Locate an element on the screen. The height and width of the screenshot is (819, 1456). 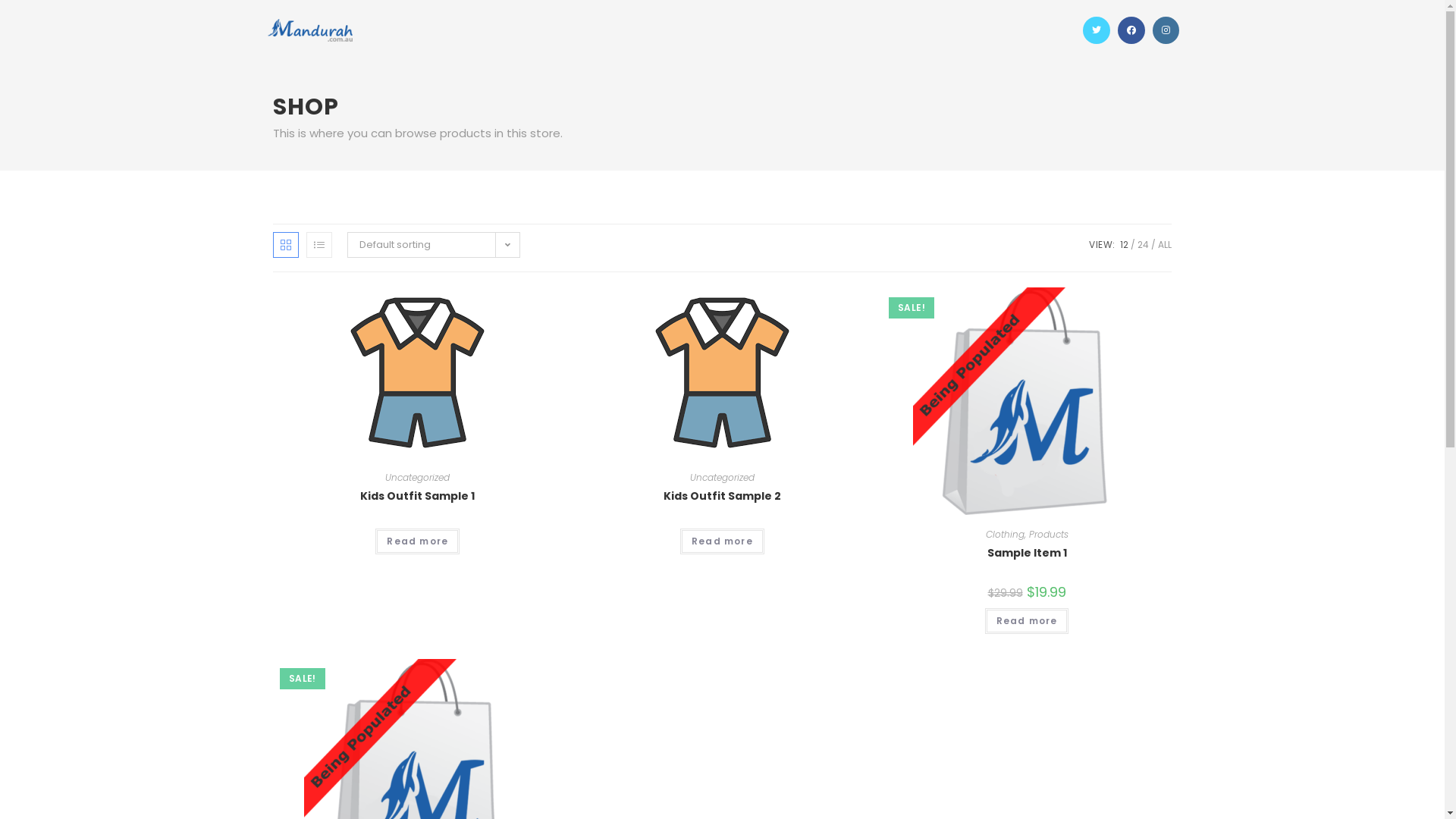
'ALL' is located at coordinates (1164, 243).